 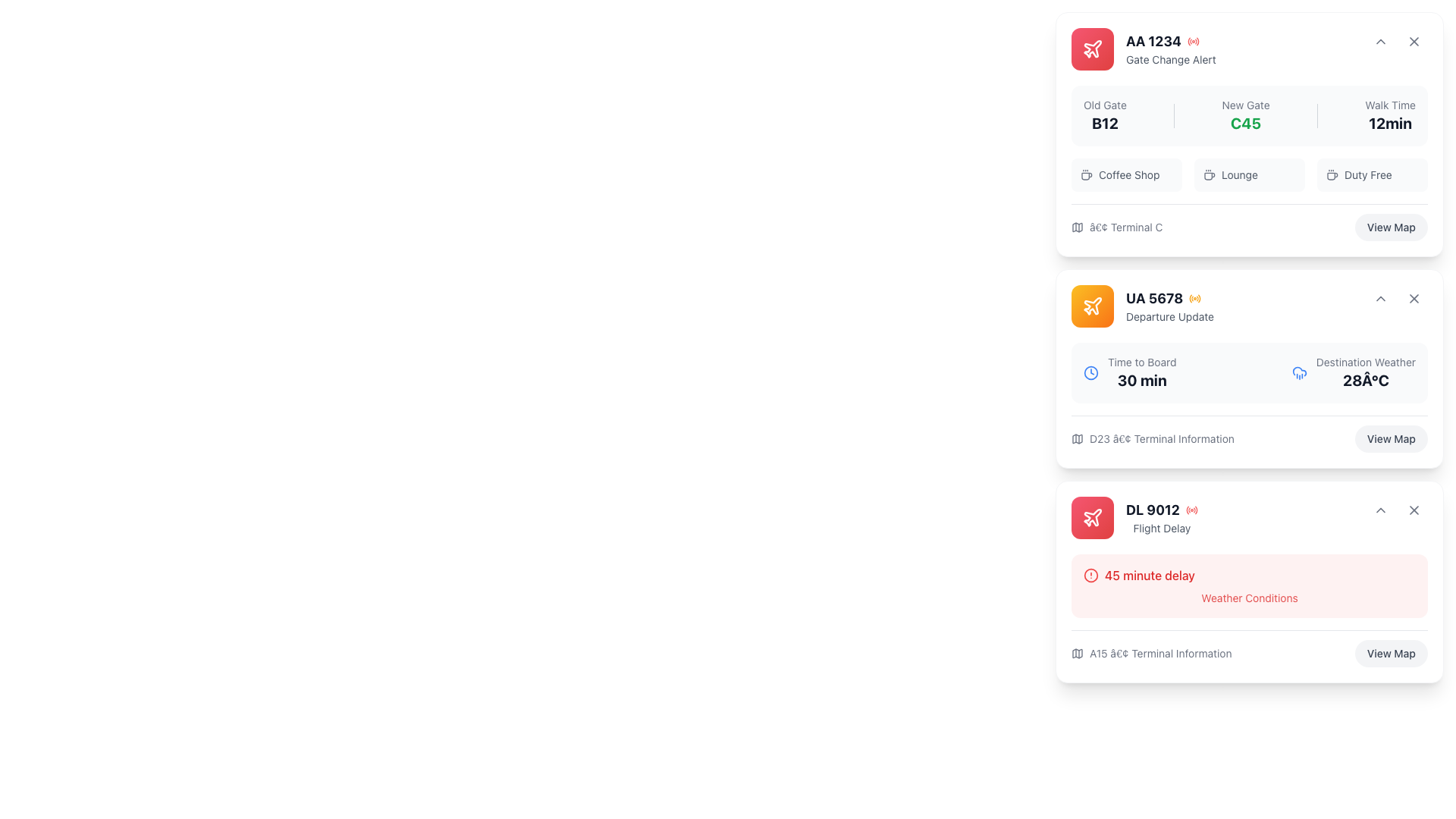 I want to click on the Informational panel titled 'AA 1234 Gate Change Alert', so click(x=1249, y=163).